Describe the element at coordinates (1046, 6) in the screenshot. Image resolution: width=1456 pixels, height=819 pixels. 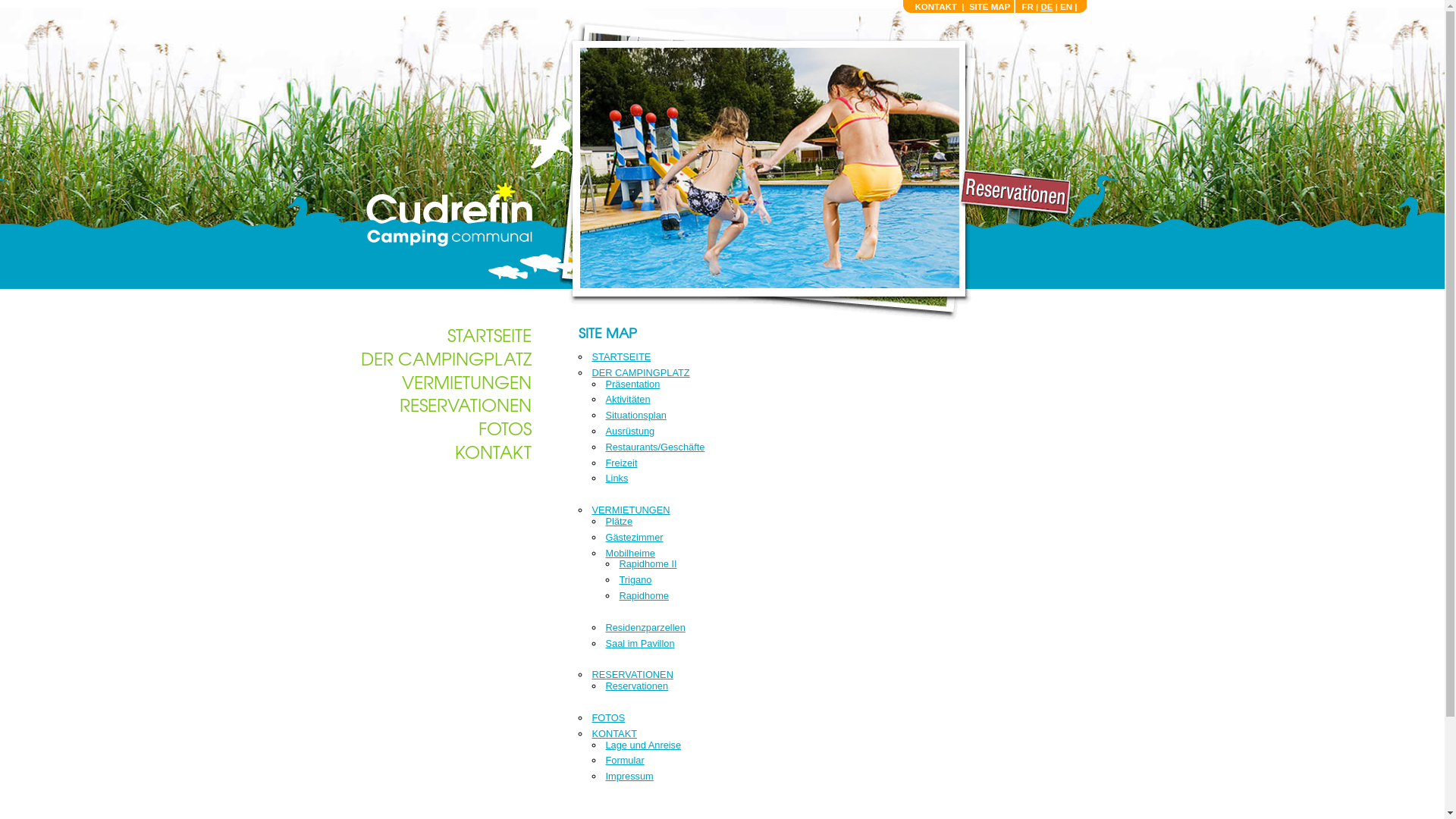
I see `'DE'` at that location.